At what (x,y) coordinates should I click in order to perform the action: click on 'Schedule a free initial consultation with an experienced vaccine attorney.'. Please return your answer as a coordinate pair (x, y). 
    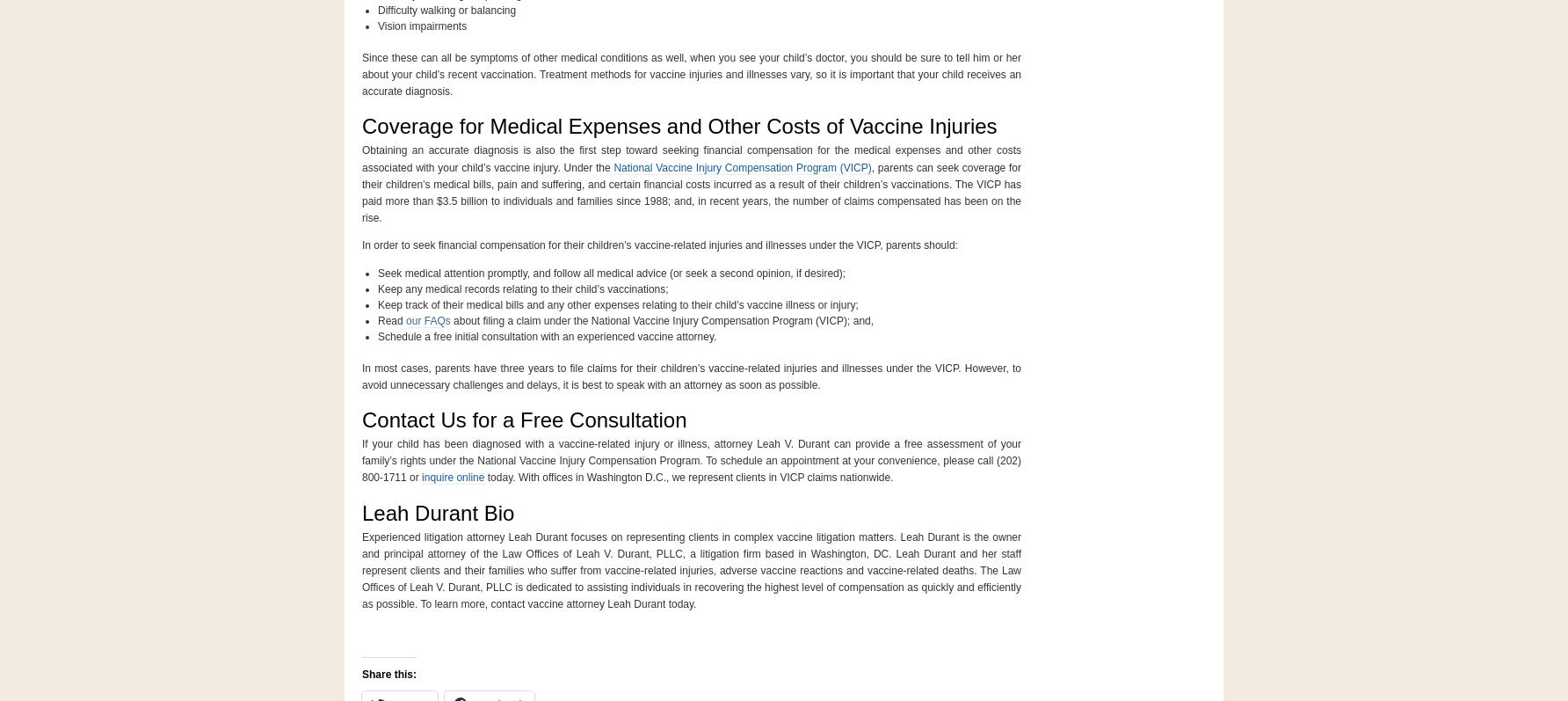
    Looking at the image, I should click on (546, 335).